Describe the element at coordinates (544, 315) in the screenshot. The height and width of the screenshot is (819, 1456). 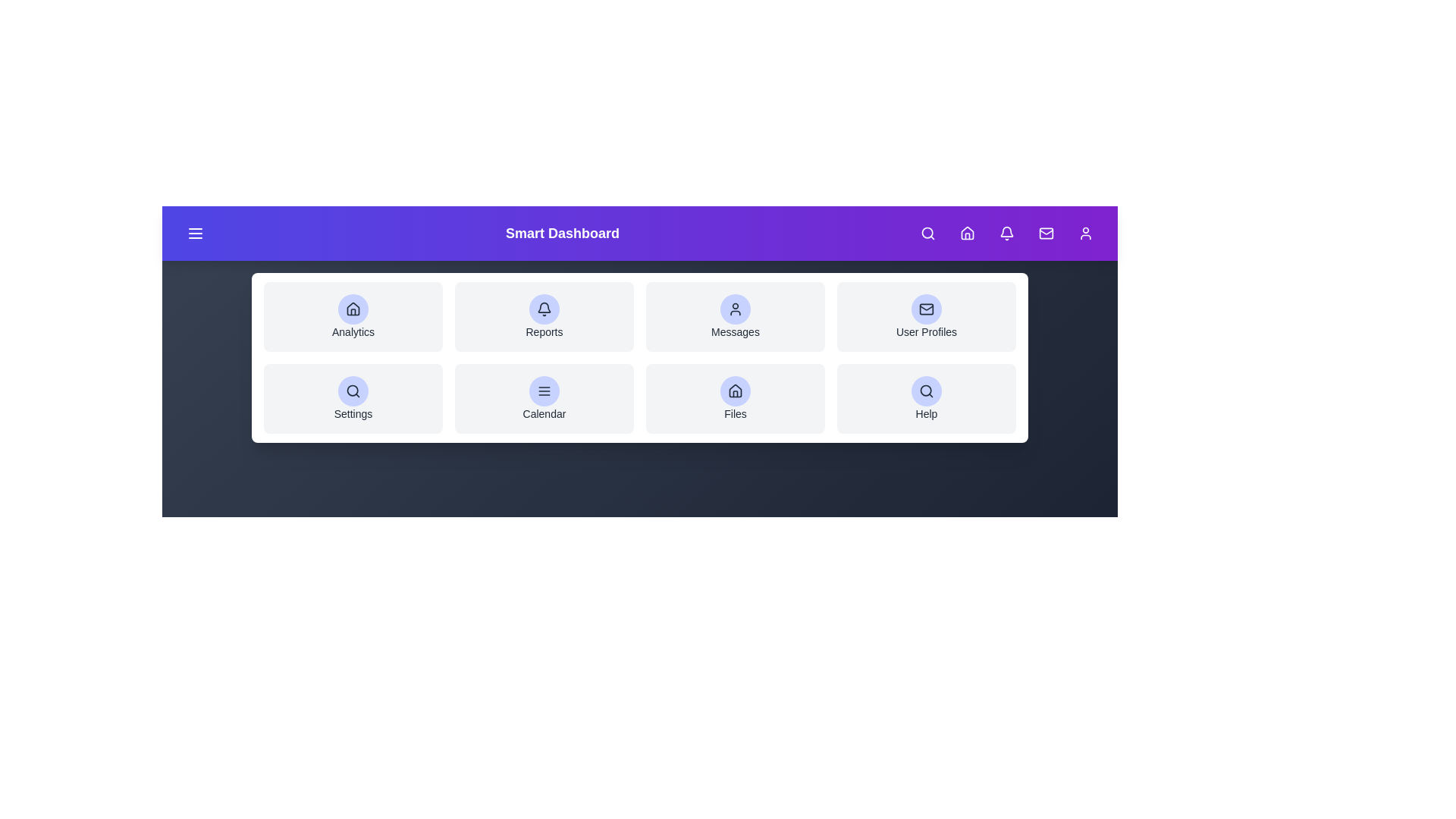
I see `the grid item labeled Reports` at that location.